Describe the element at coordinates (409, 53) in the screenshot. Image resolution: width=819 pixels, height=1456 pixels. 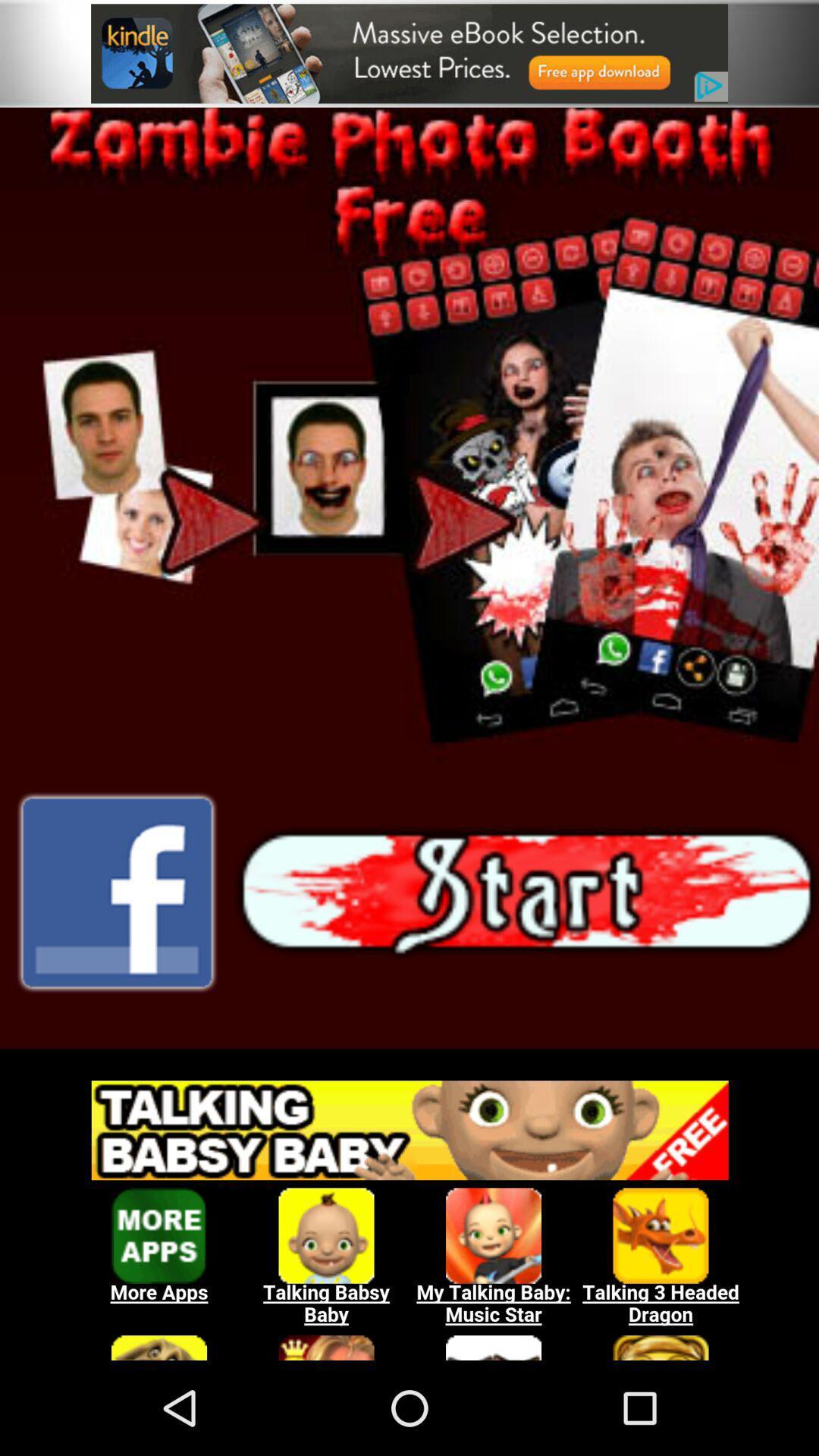
I see `advertisement link` at that location.